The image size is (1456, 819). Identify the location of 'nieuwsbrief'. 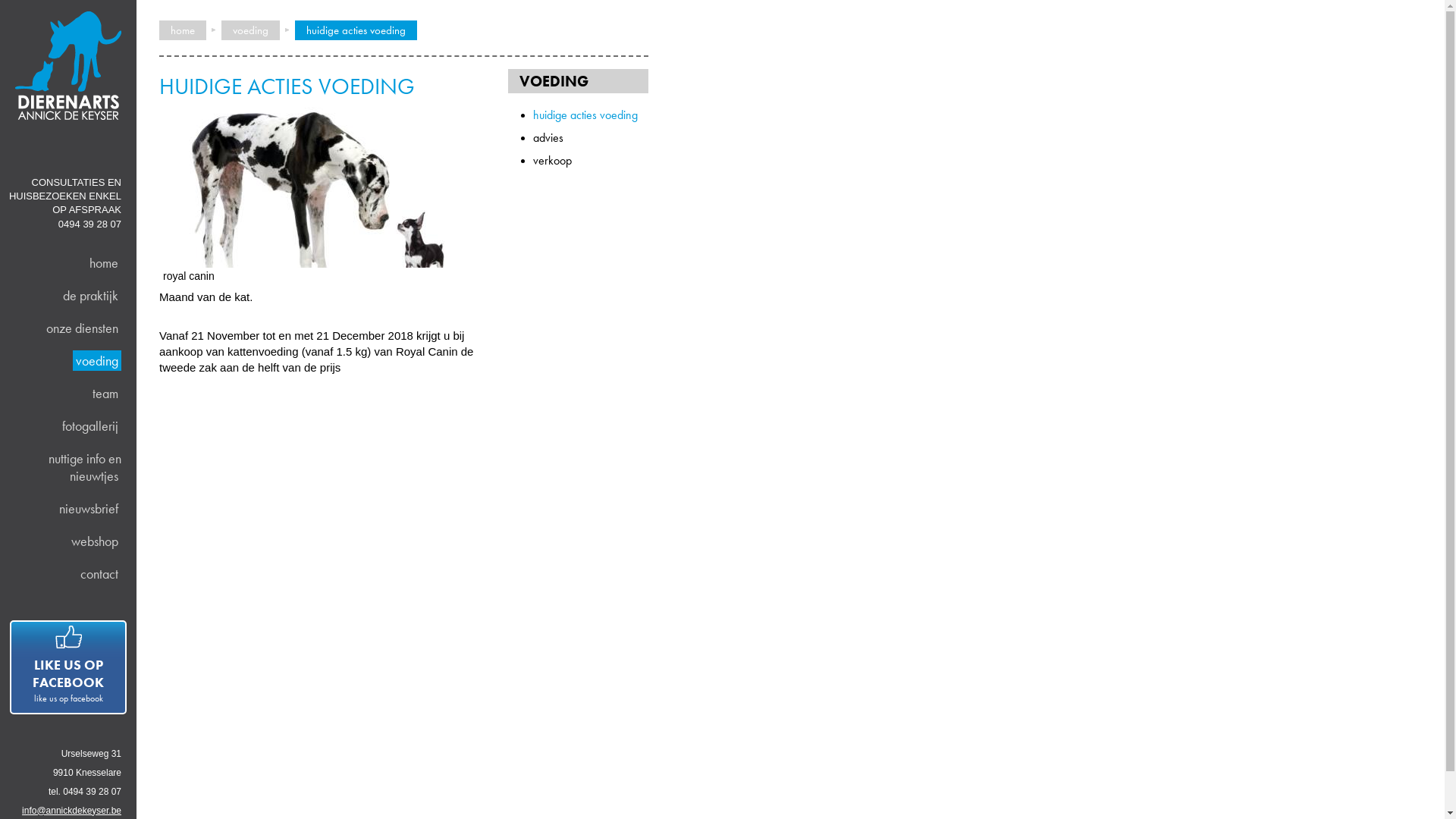
(55, 508).